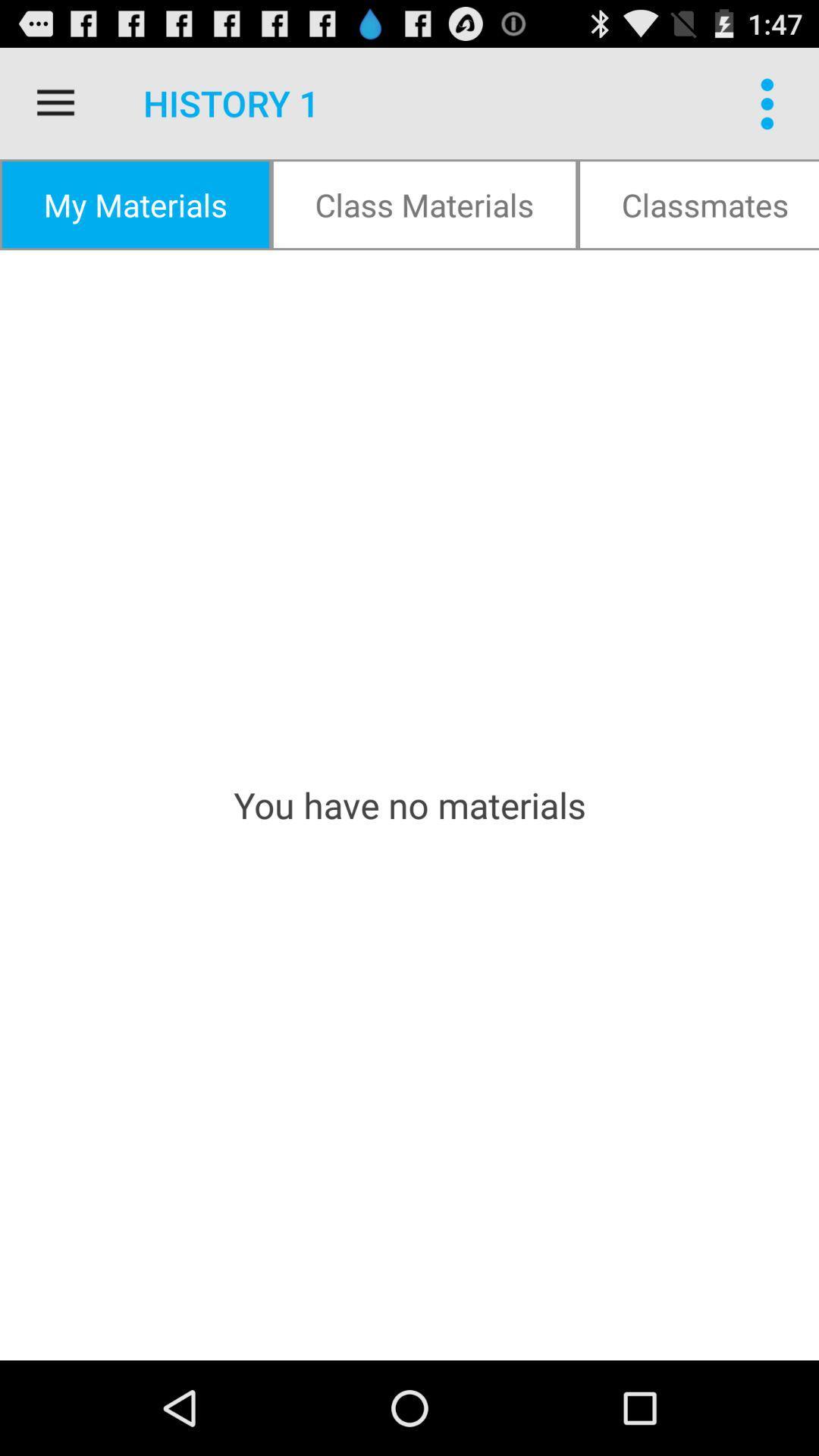 The image size is (819, 1456). What do you see at coordinates (134, 203) in the screenshot?
I see `my materials item` at bounding box center [134, 203].